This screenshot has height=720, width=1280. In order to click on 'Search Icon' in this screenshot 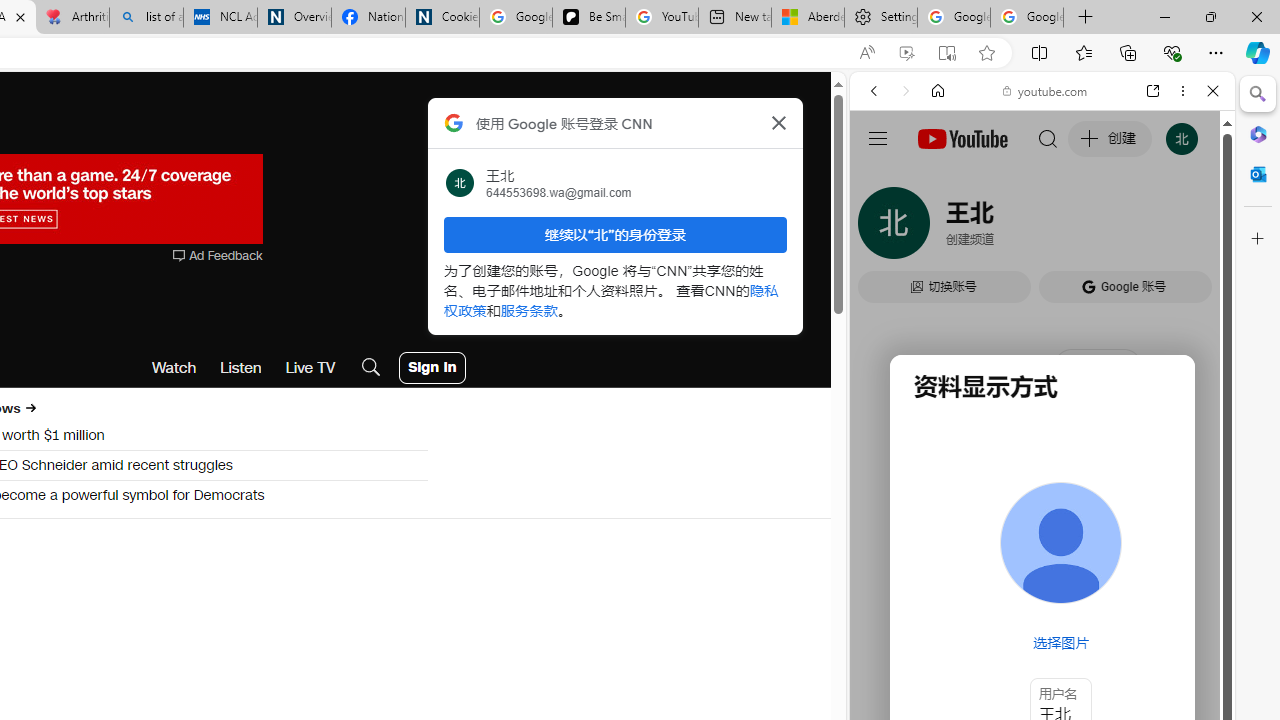, I will do `click(371, 367)`.